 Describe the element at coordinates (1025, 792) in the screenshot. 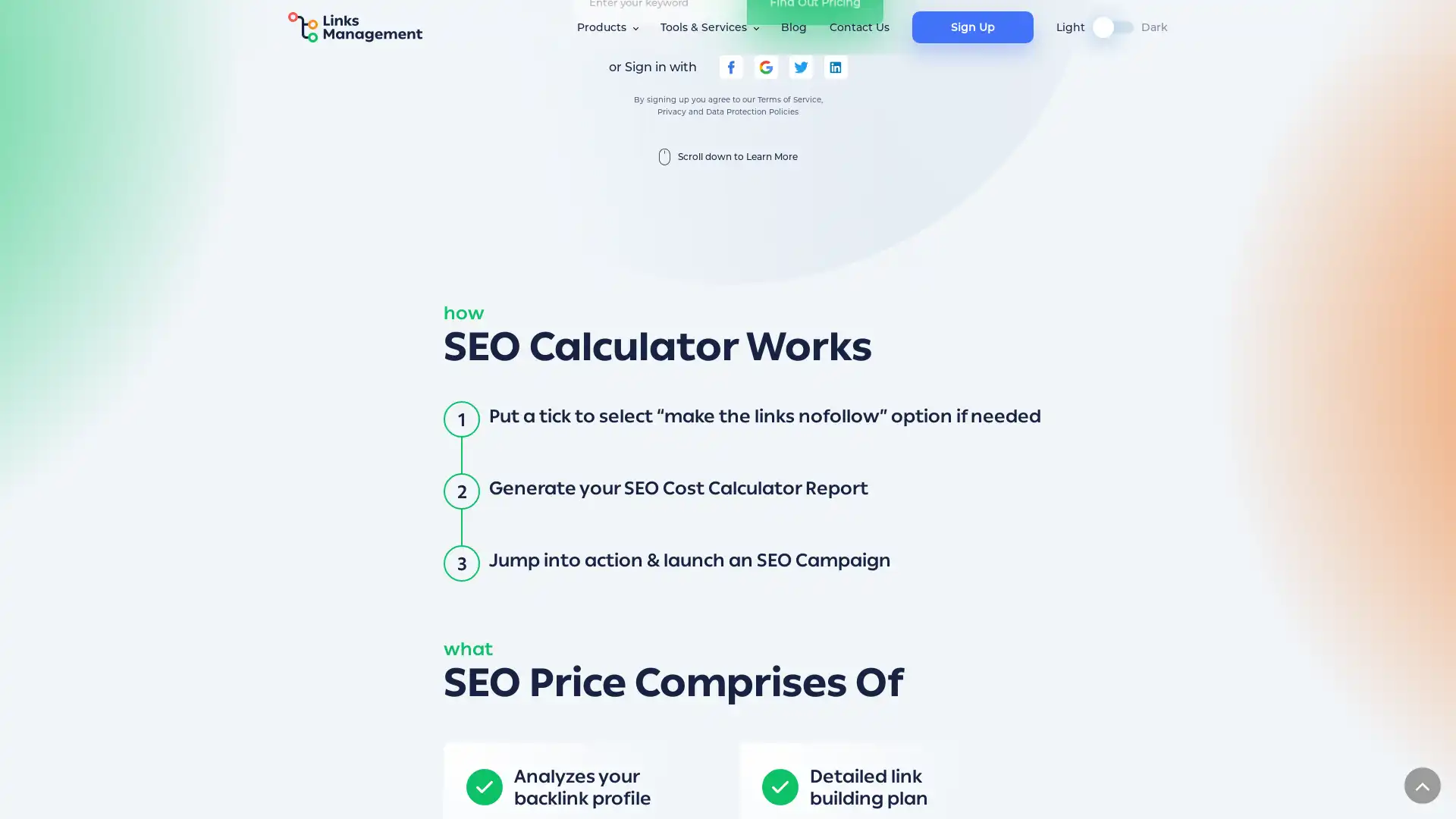

I see `Got It!` at that location.